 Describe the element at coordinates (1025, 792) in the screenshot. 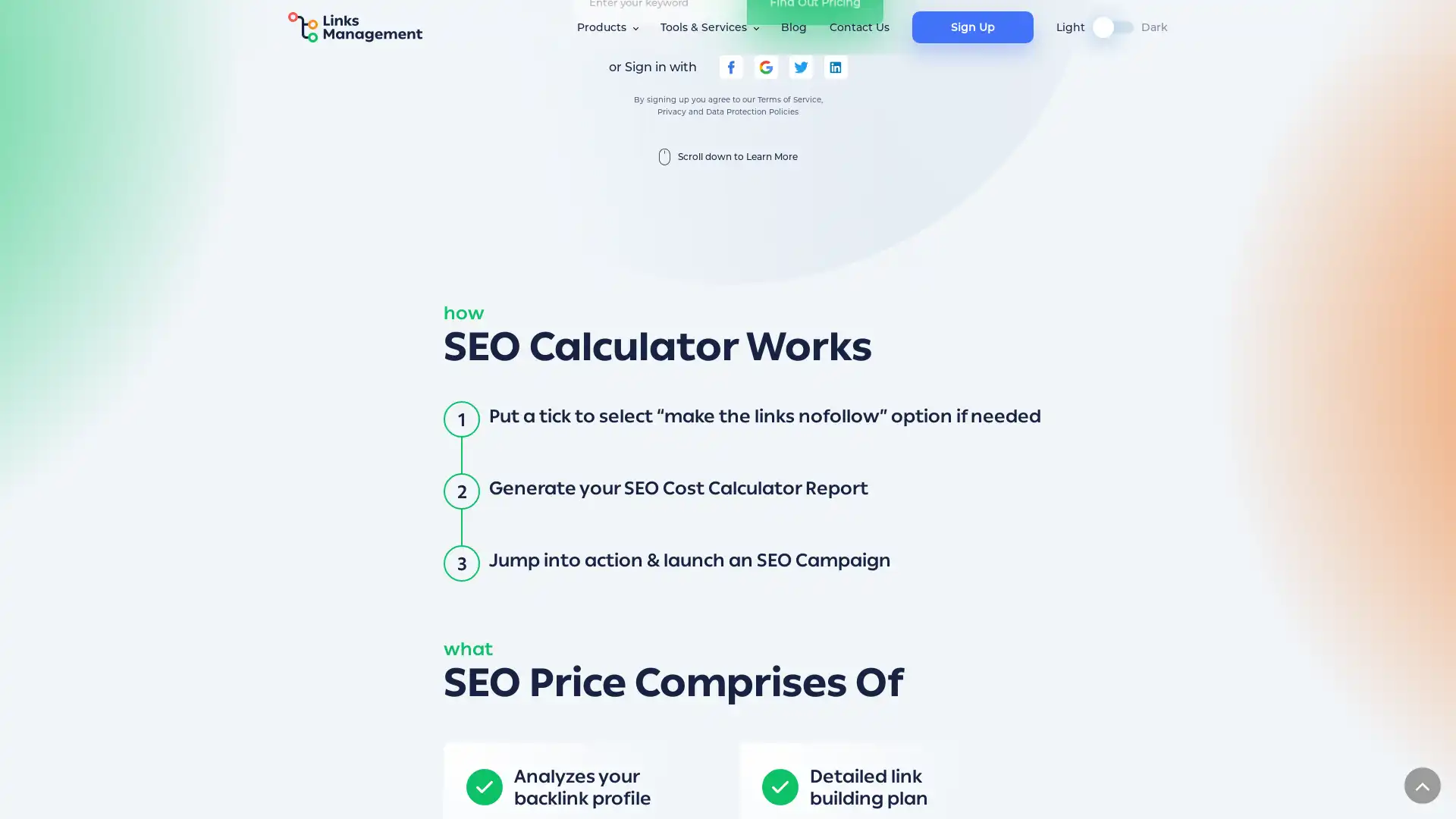

I see `Got It!` at that location.